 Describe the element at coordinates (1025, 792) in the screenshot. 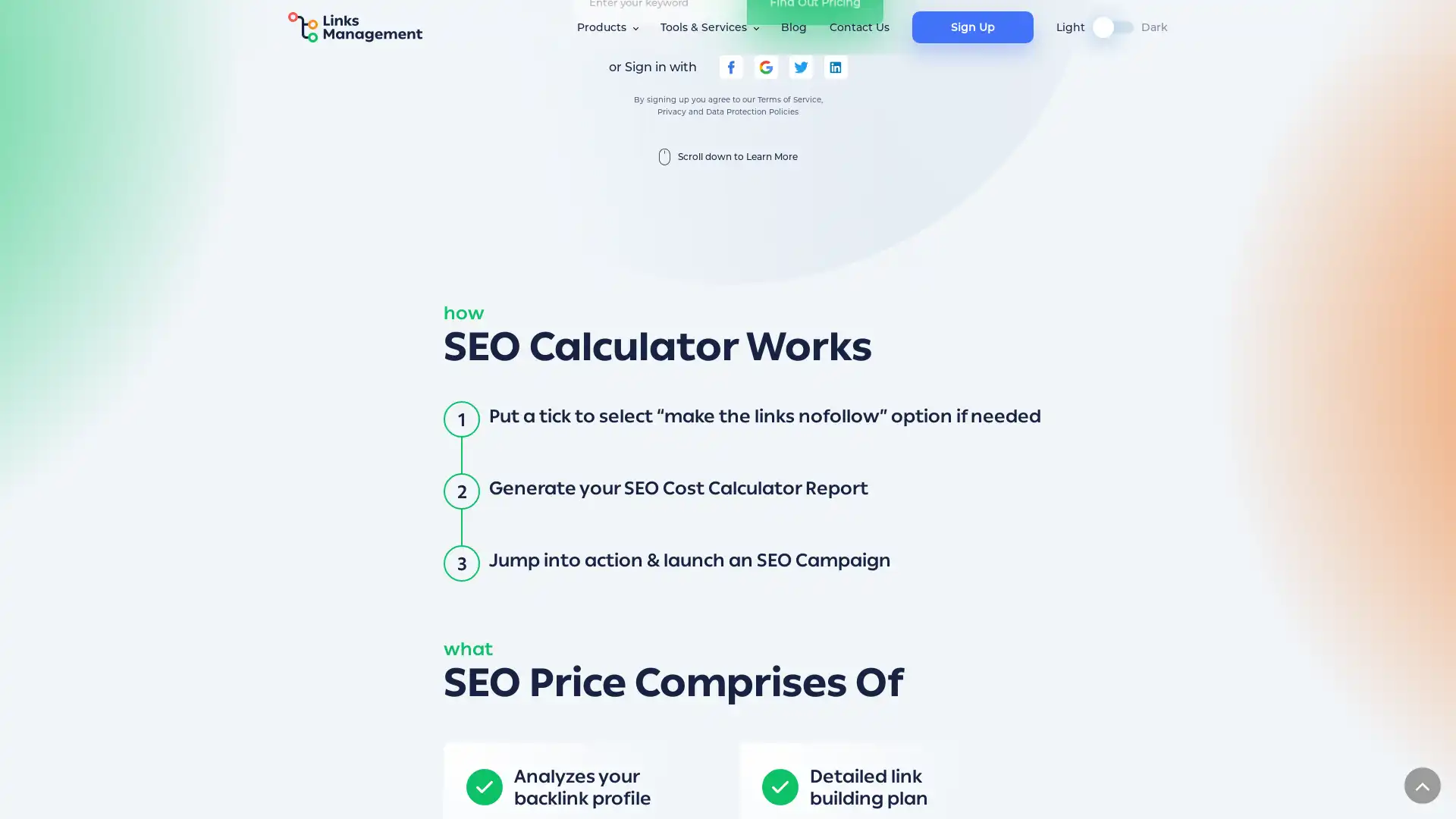

I see `Got It!` at that location.